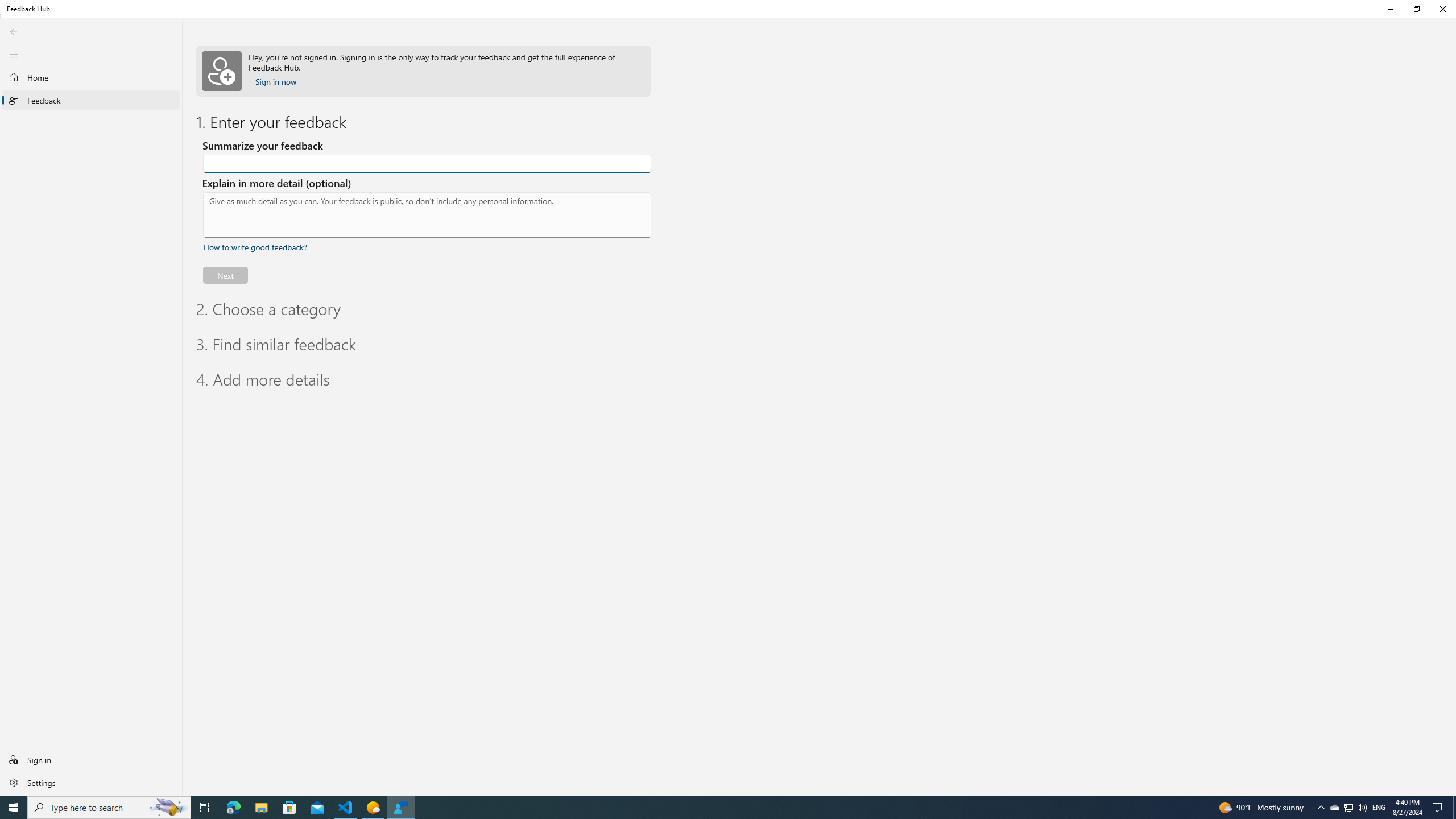  Describe the element at coordinates (255, 246) in the screenshot. I see `'How to write good feedback? Expand or collapse for tips.'` at that location.